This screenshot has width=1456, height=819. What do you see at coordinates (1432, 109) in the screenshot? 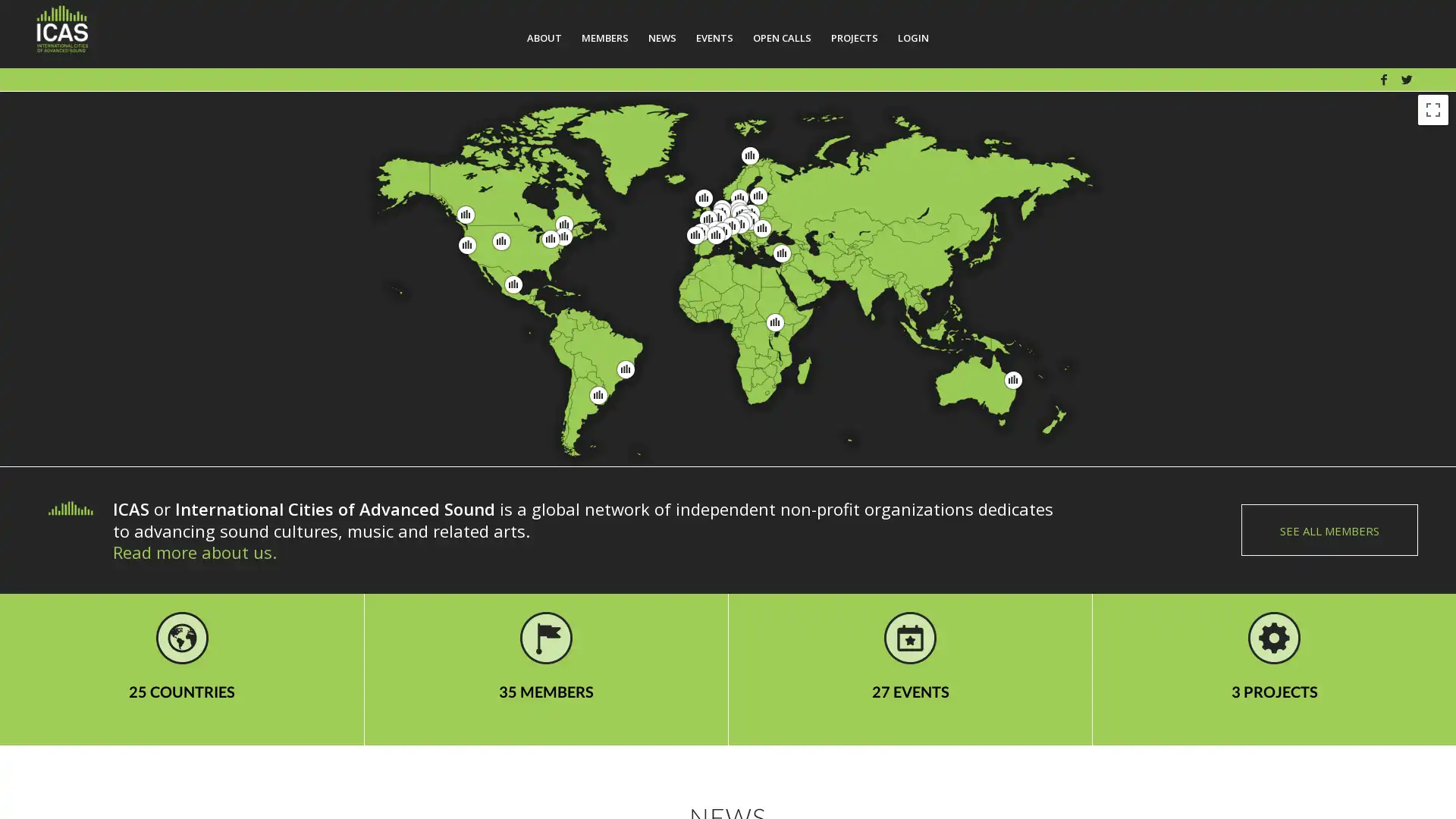
I see `Toggle fullscreen view` at bounding box center [1432, 109].